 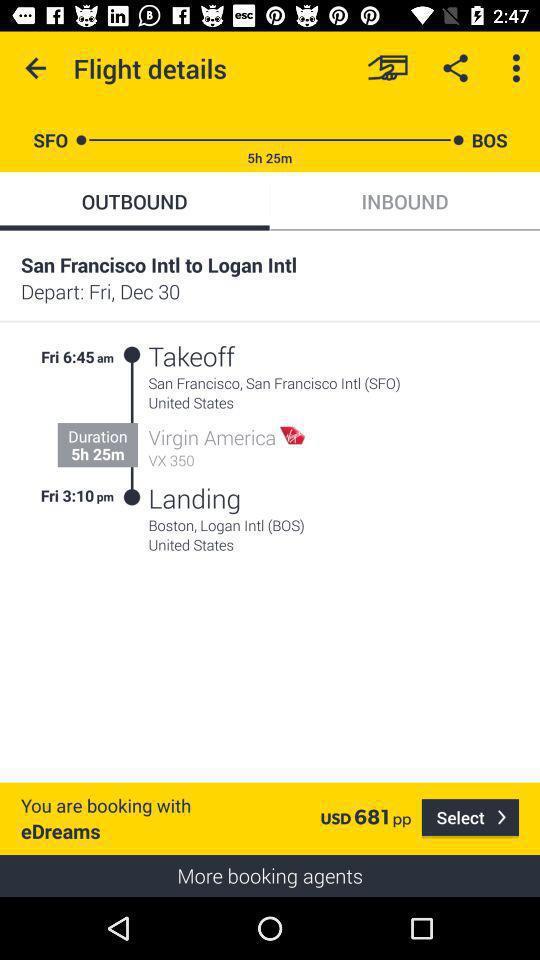 I want to click on the icon above vx 350 item, so click(x=211, y=437).